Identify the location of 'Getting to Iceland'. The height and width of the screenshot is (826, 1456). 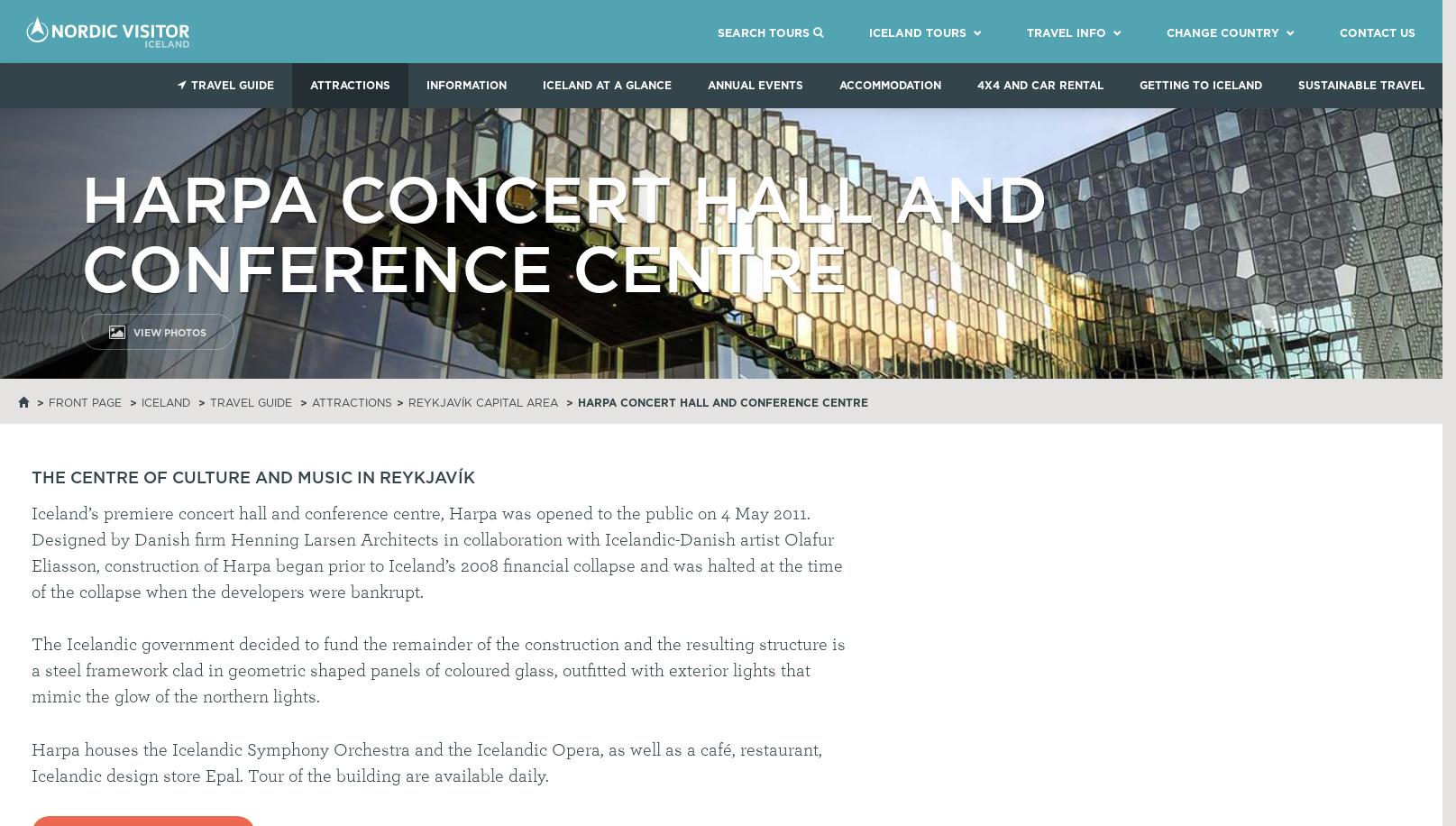
(1201, 84).